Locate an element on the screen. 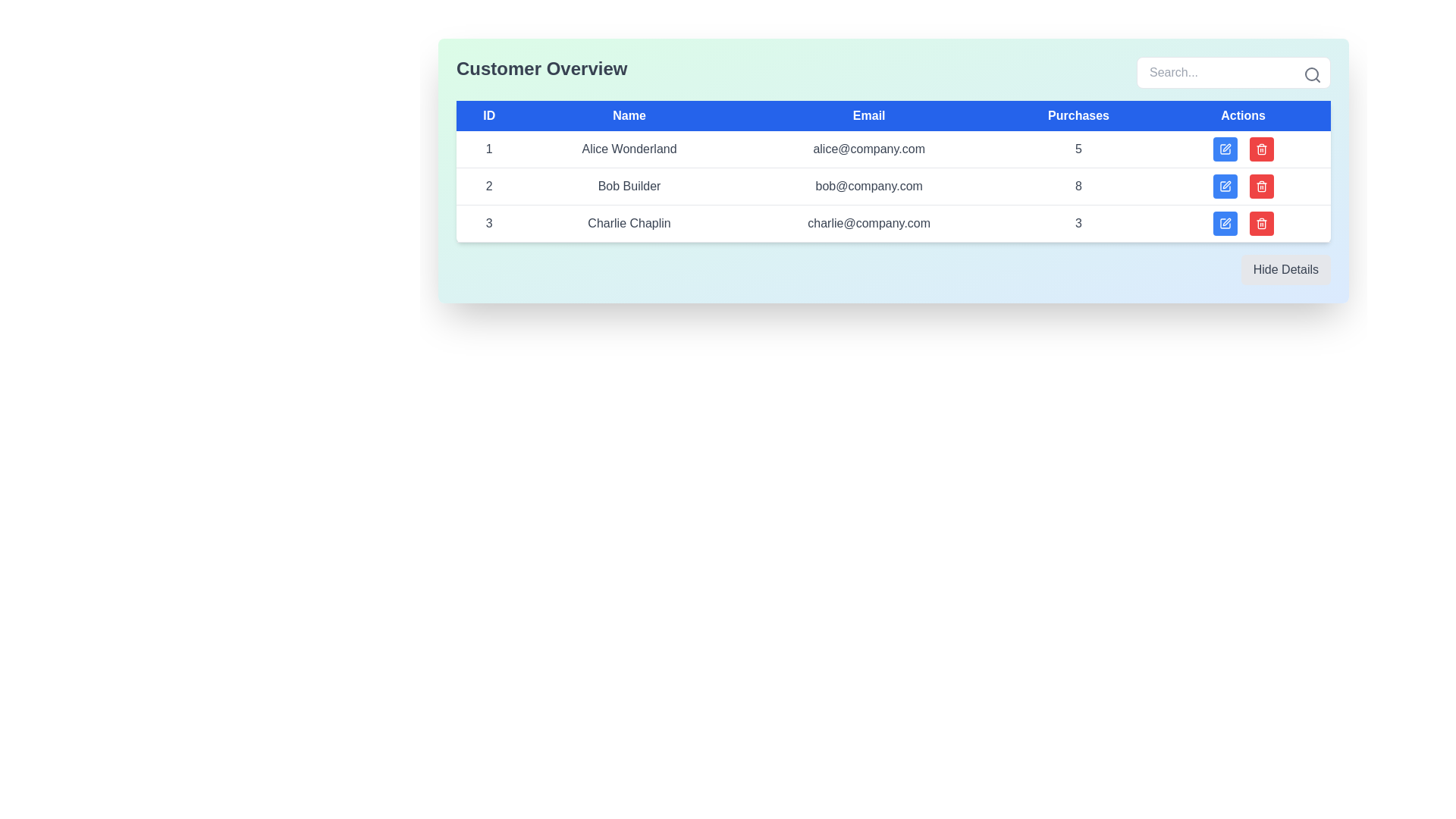 The image size is (1456, 819). the static text element displaying 'Bob Builder' located in the second row under the 'Name' column, between the 'ID' and 'Email' columns is located at coordinates (629, 186).